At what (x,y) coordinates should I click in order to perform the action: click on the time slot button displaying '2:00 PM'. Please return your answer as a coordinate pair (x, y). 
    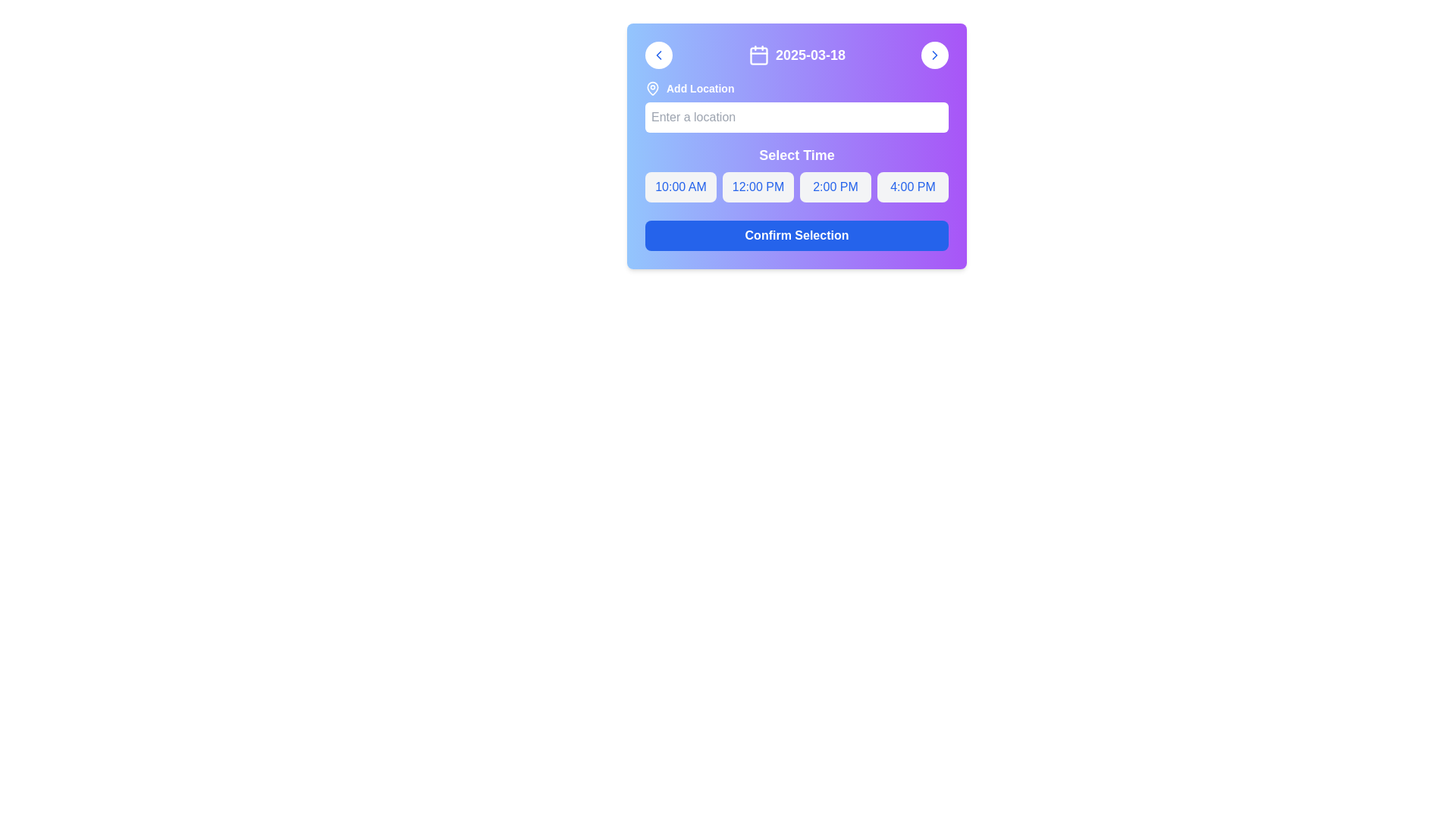
    Looking at the image, I should click on (796, 172).